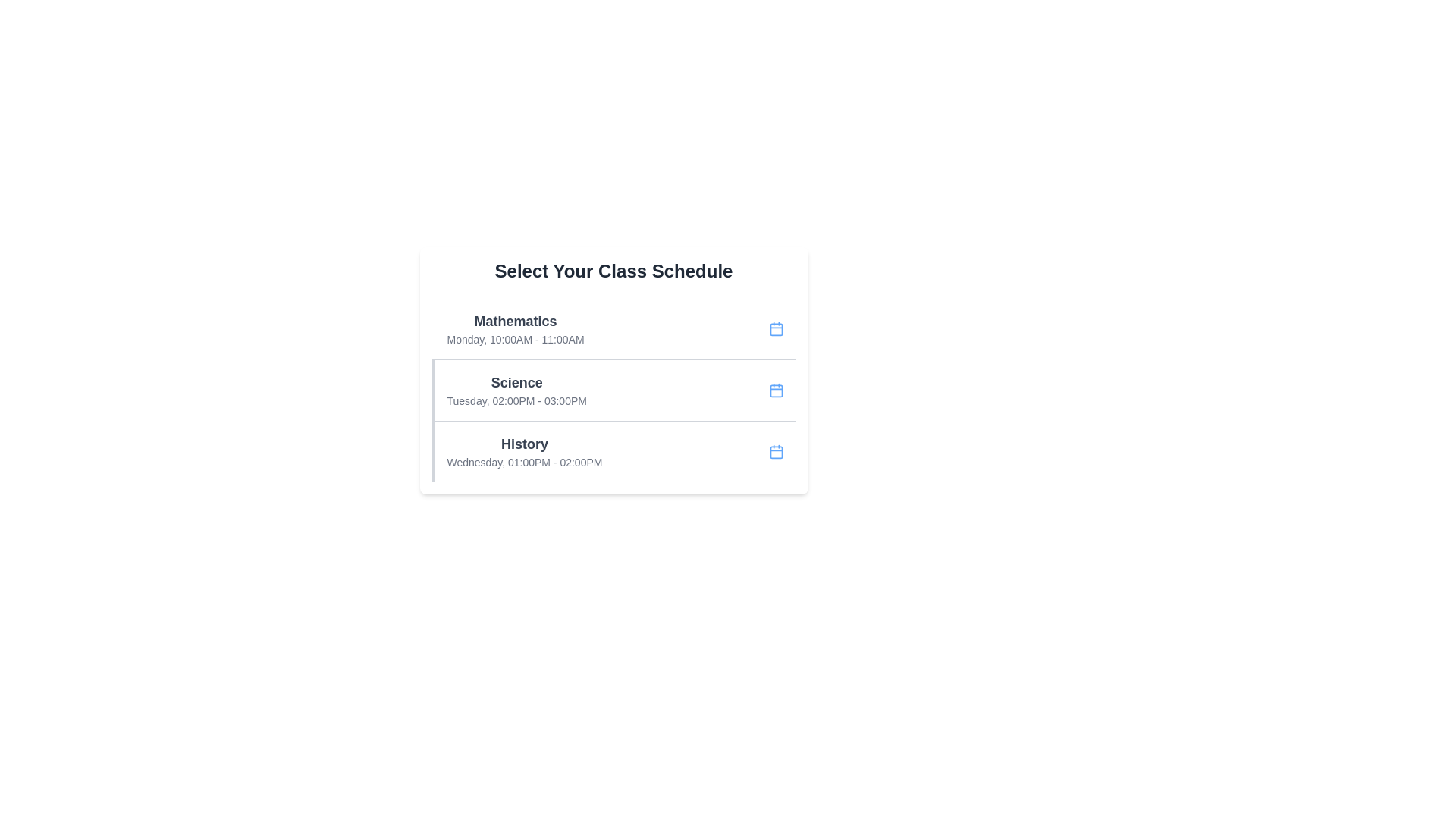 Image resolution: width=1456 pixels, height=819 pixels. I want to click on the text label displaying the day and time of the 'Mathematics' class, which is located directly below the 'Mathematics' title in the schedule list, so click(516, 338).